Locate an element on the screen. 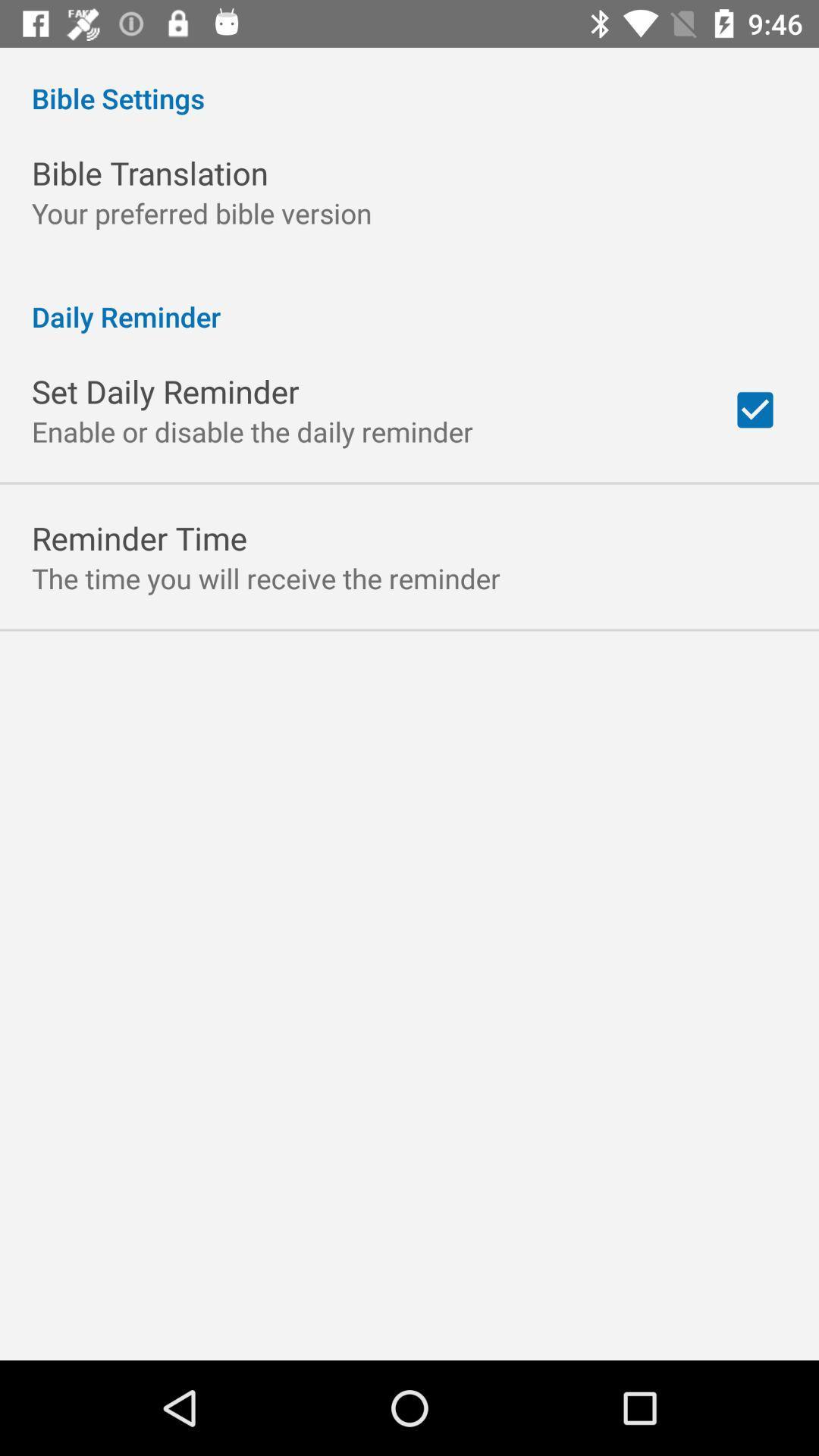 This screenshot has width=819, height=1456. app next to enable or disable is located at coordinates (755, 409).